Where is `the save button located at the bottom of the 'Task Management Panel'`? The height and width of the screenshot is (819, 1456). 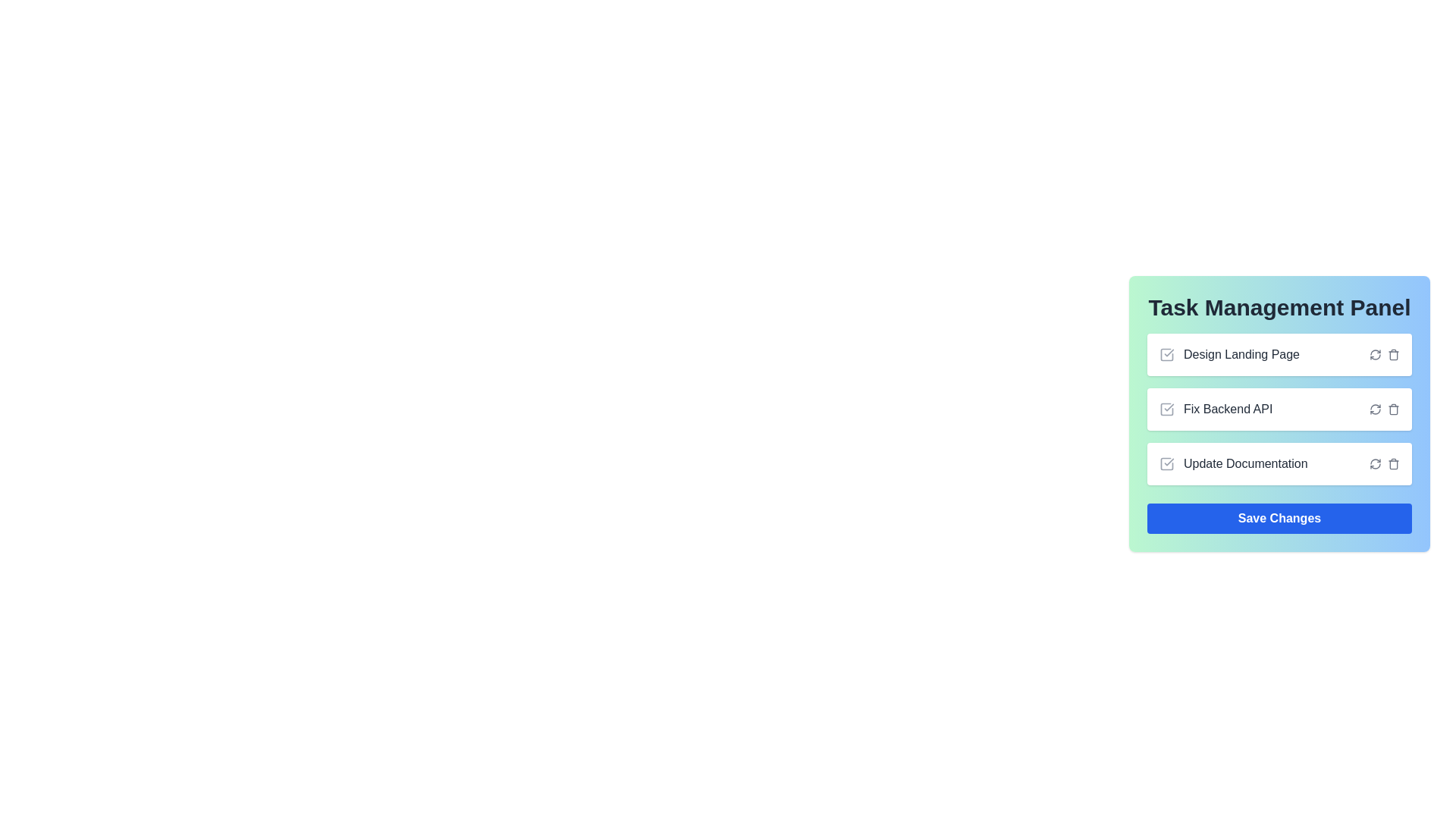
the save button located at the bottom of the 'Task Management Panel' is located at coordinates (1279, 517).